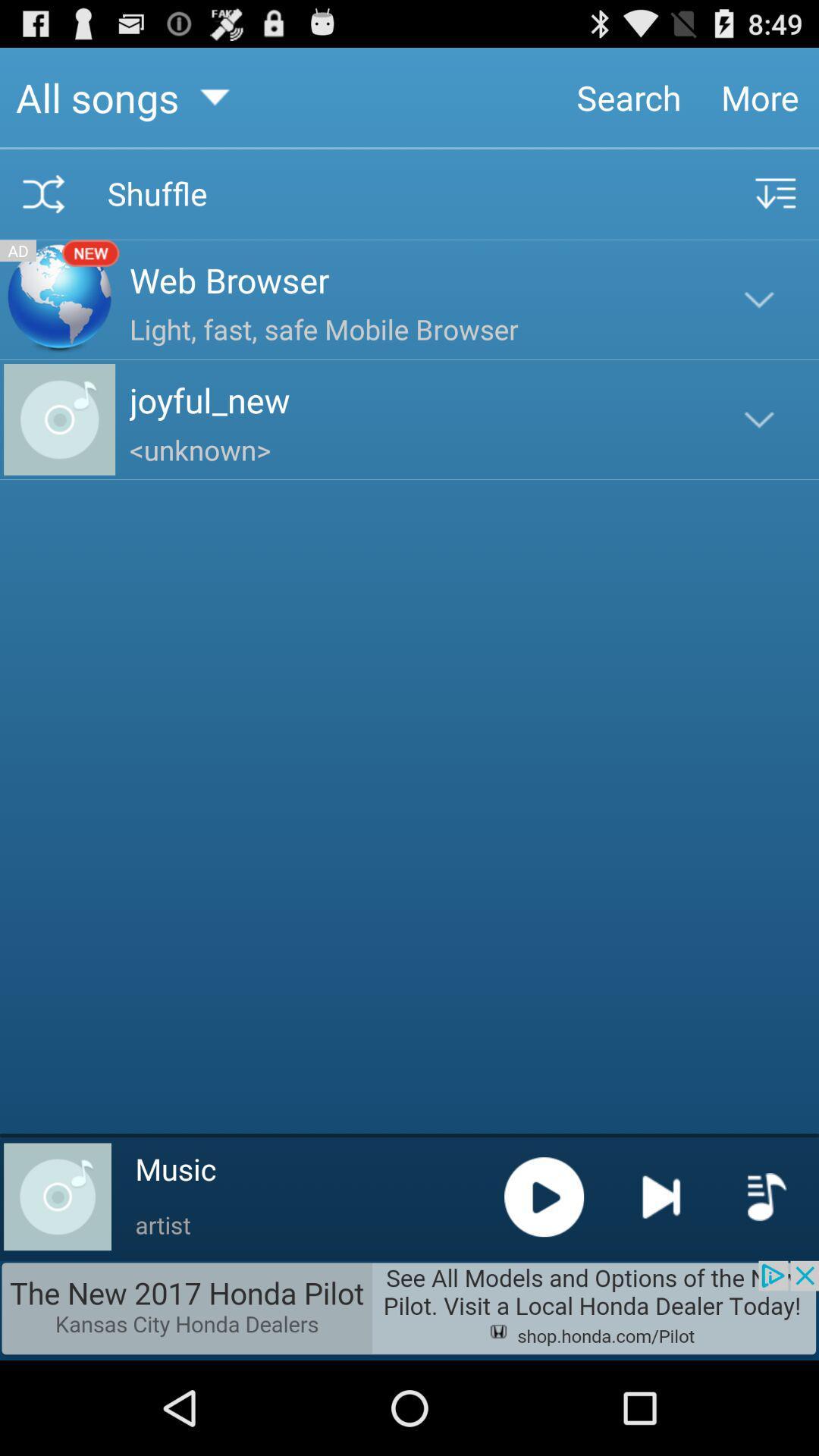  I want to click on the playlist icon, so click(766, 1280).